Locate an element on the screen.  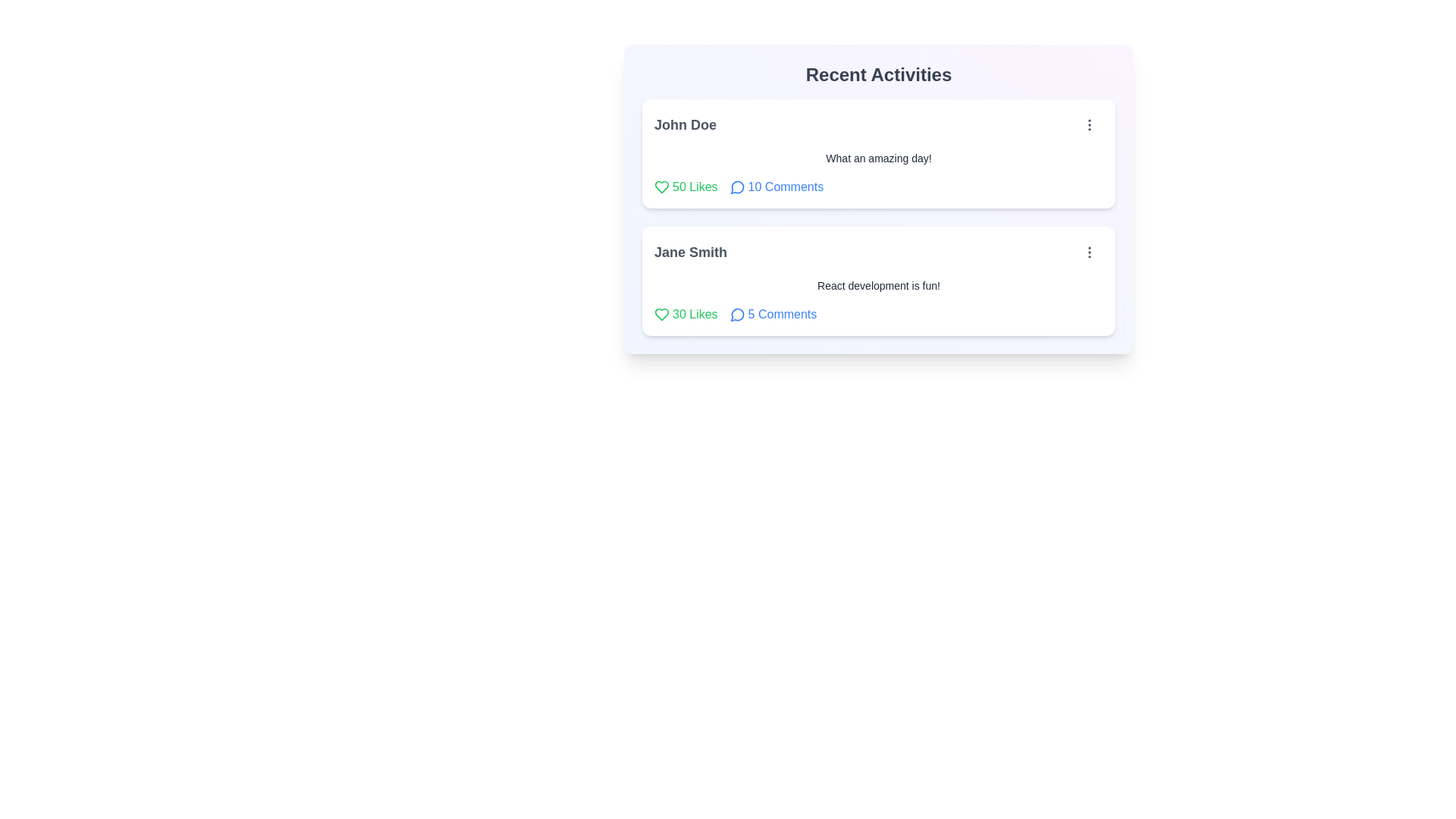
the 'Comments' button for the post by Jane Smith is located at coordinates (773, 314).